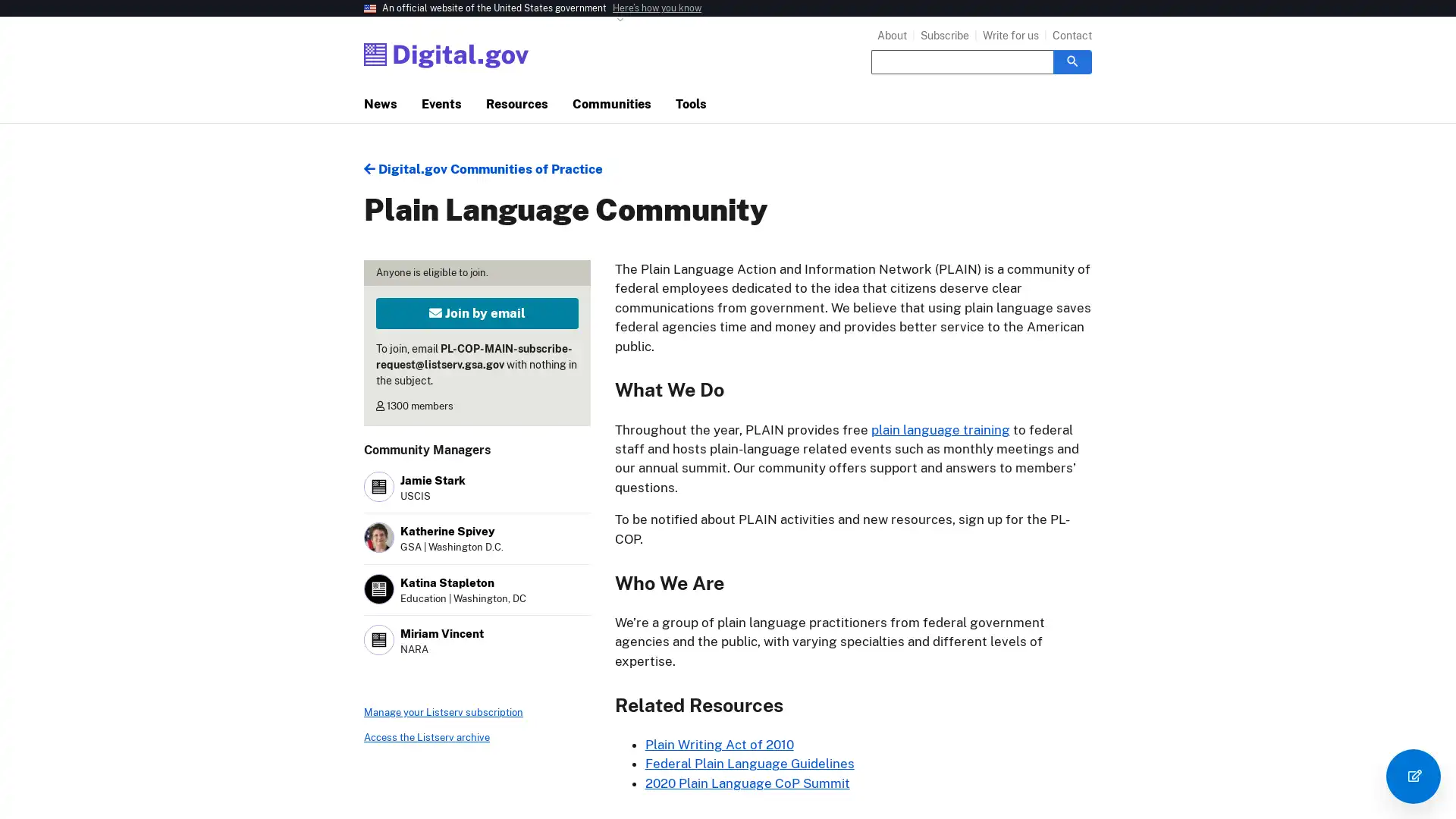 The image size is (1456, 819). I want to click on edit, so click(1412, 776).